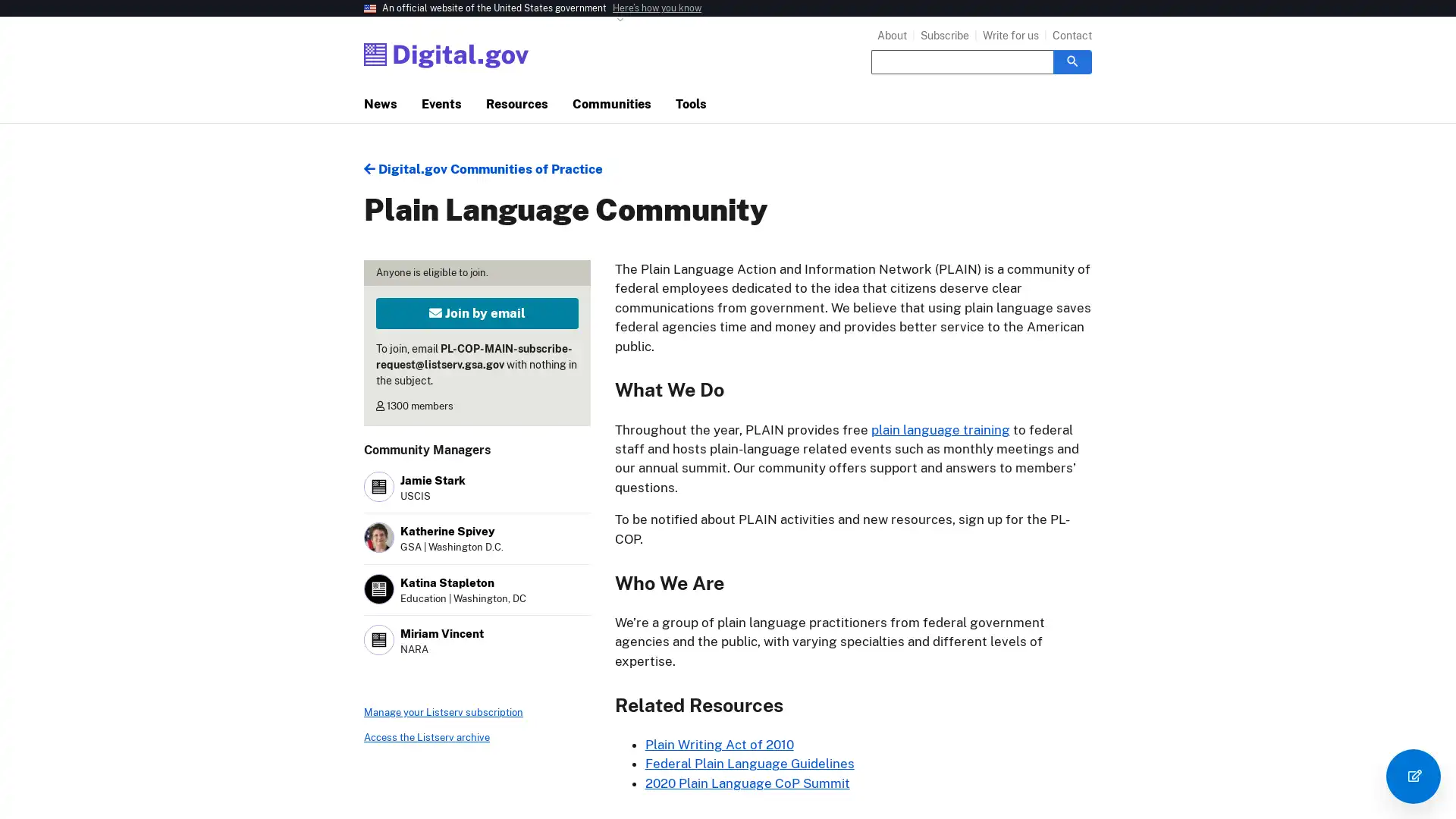 The image size is (1456, 819). I want to click on edit, so click(1412, 776).